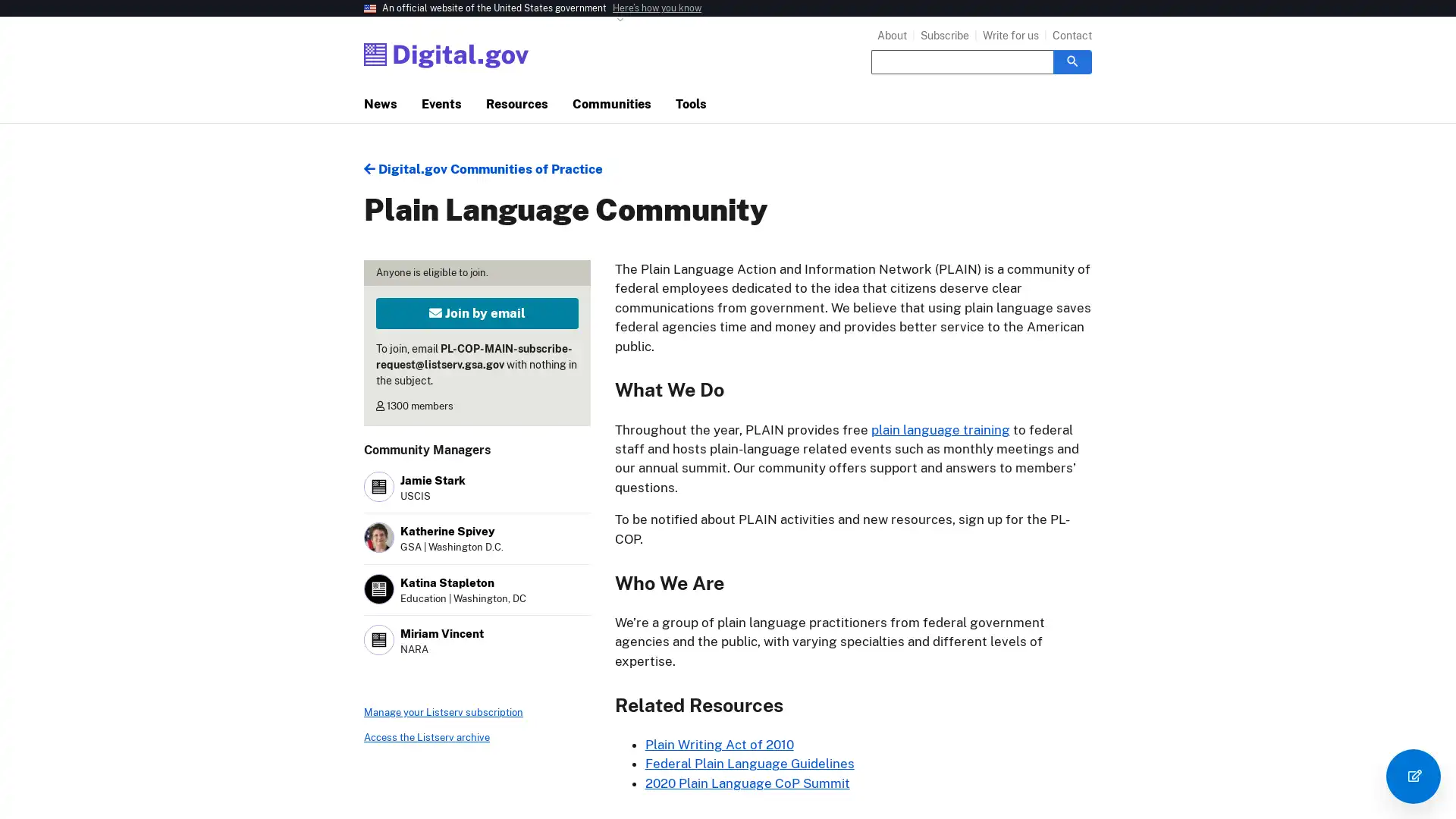 The image size is (1456, 819). I want to click on edit, so click(1412, 776).